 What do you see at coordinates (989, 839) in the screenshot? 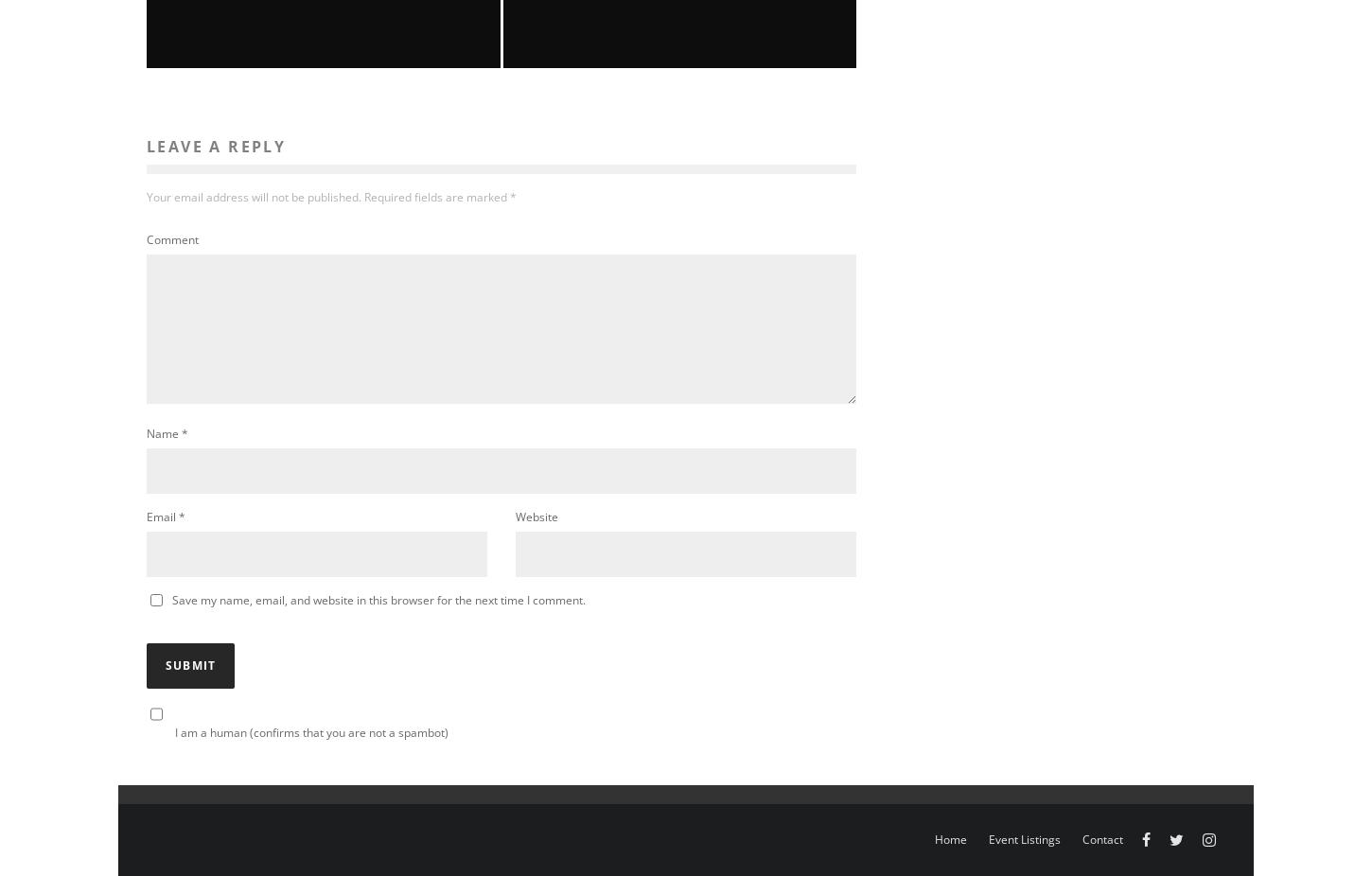
I see `'Event Listings'` at bounding box center [989, 839].